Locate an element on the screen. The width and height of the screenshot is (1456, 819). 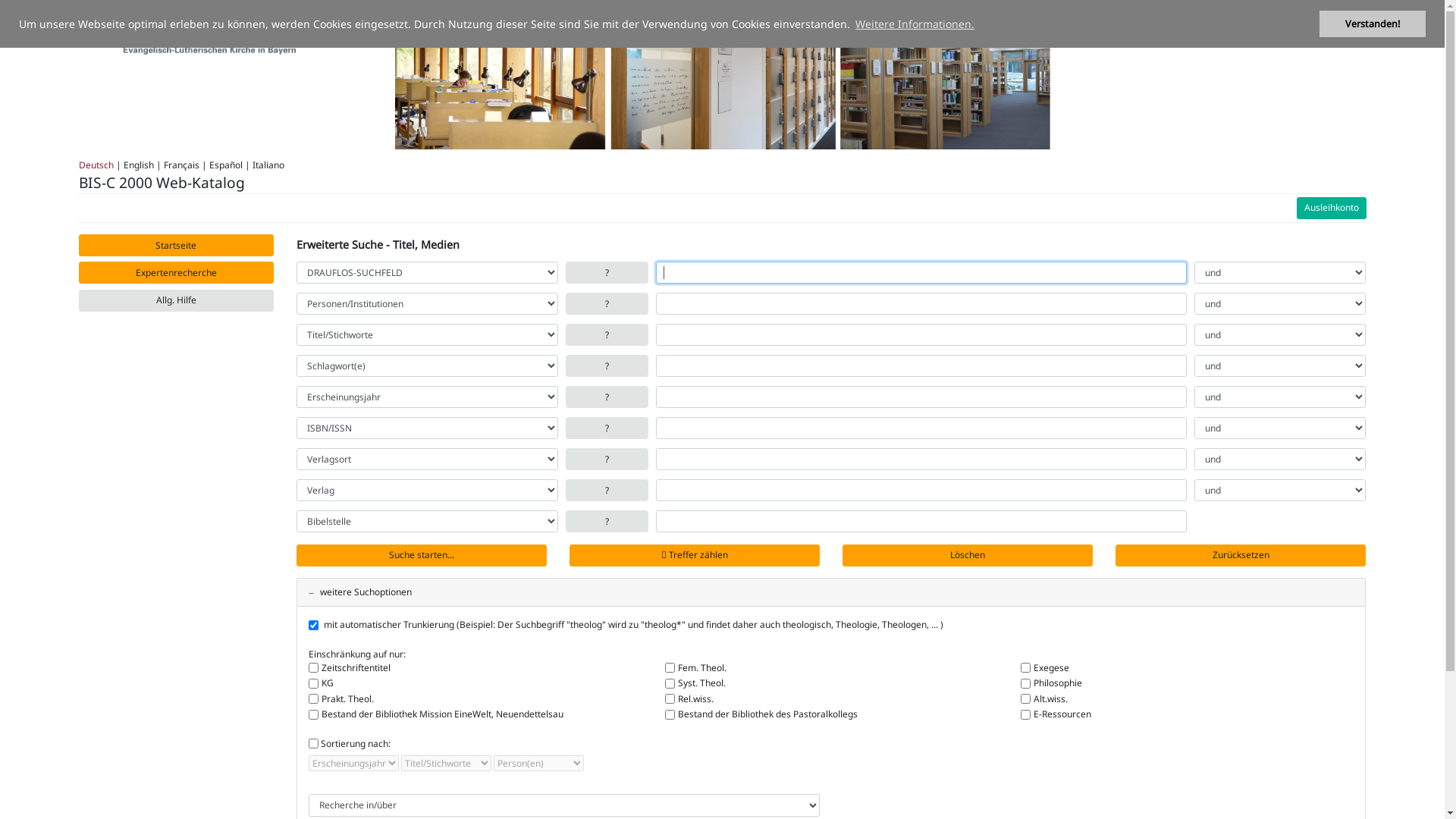
'Hilfe zu diesem Suchaspekt' is located at coordinates (607, 366).